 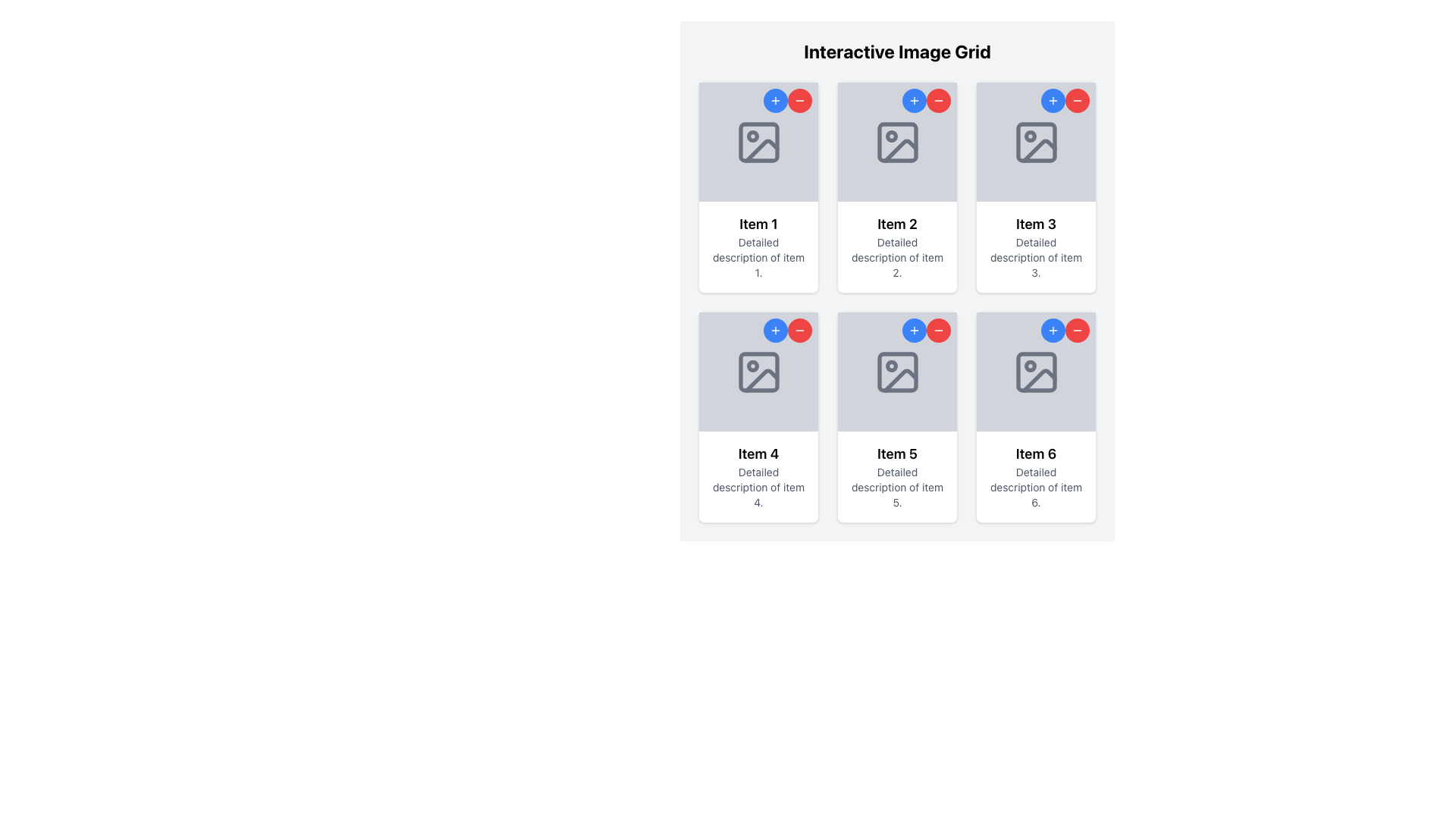 I want to click on the decrement button ('-') located in the upper-right corner of the gray background card labeled 'Item 5', which is part of the grid layout, so click(x=926, y=329).